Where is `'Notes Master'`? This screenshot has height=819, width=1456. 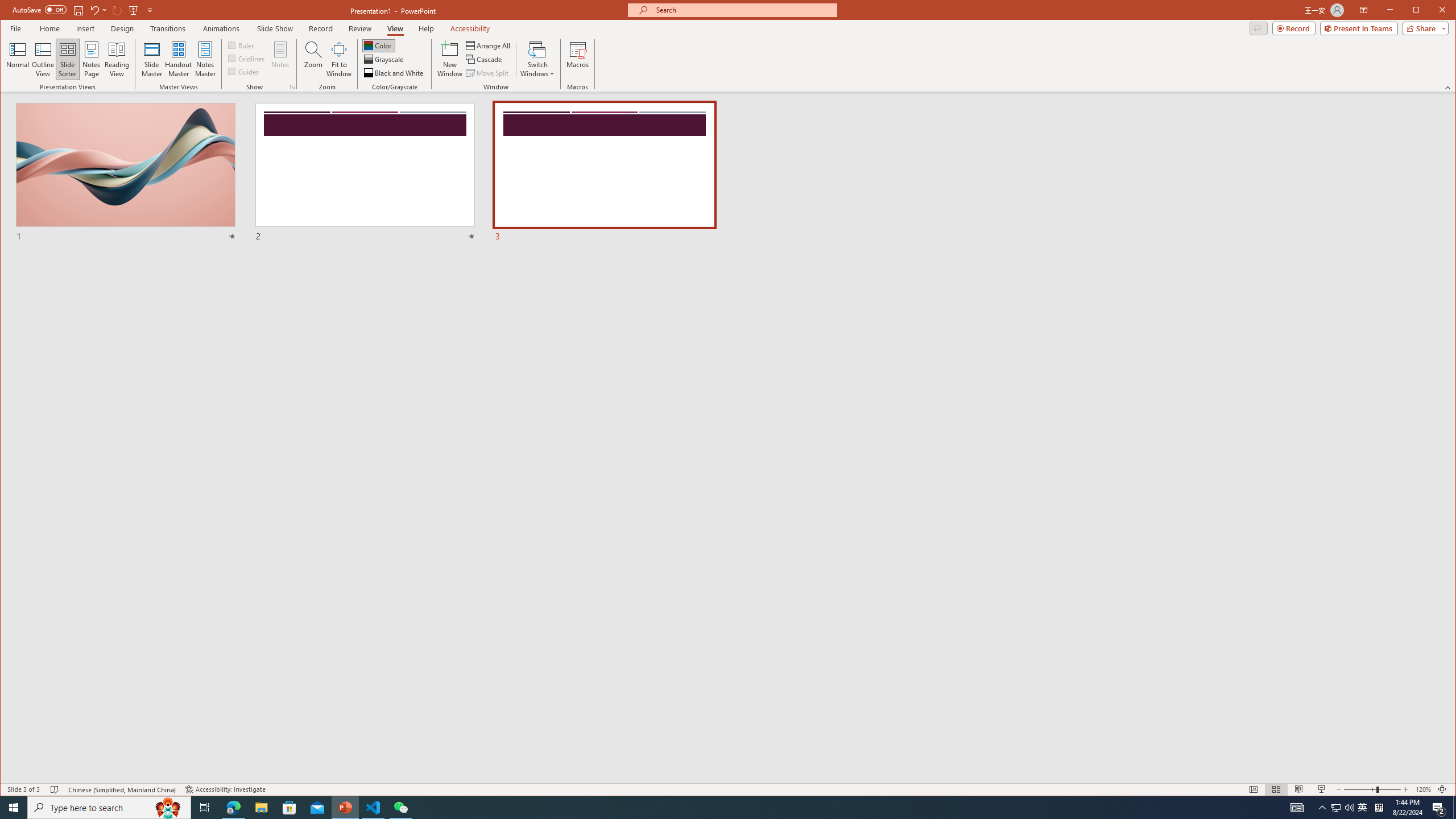
'Notes Master' is located at coordinates (204, 59).